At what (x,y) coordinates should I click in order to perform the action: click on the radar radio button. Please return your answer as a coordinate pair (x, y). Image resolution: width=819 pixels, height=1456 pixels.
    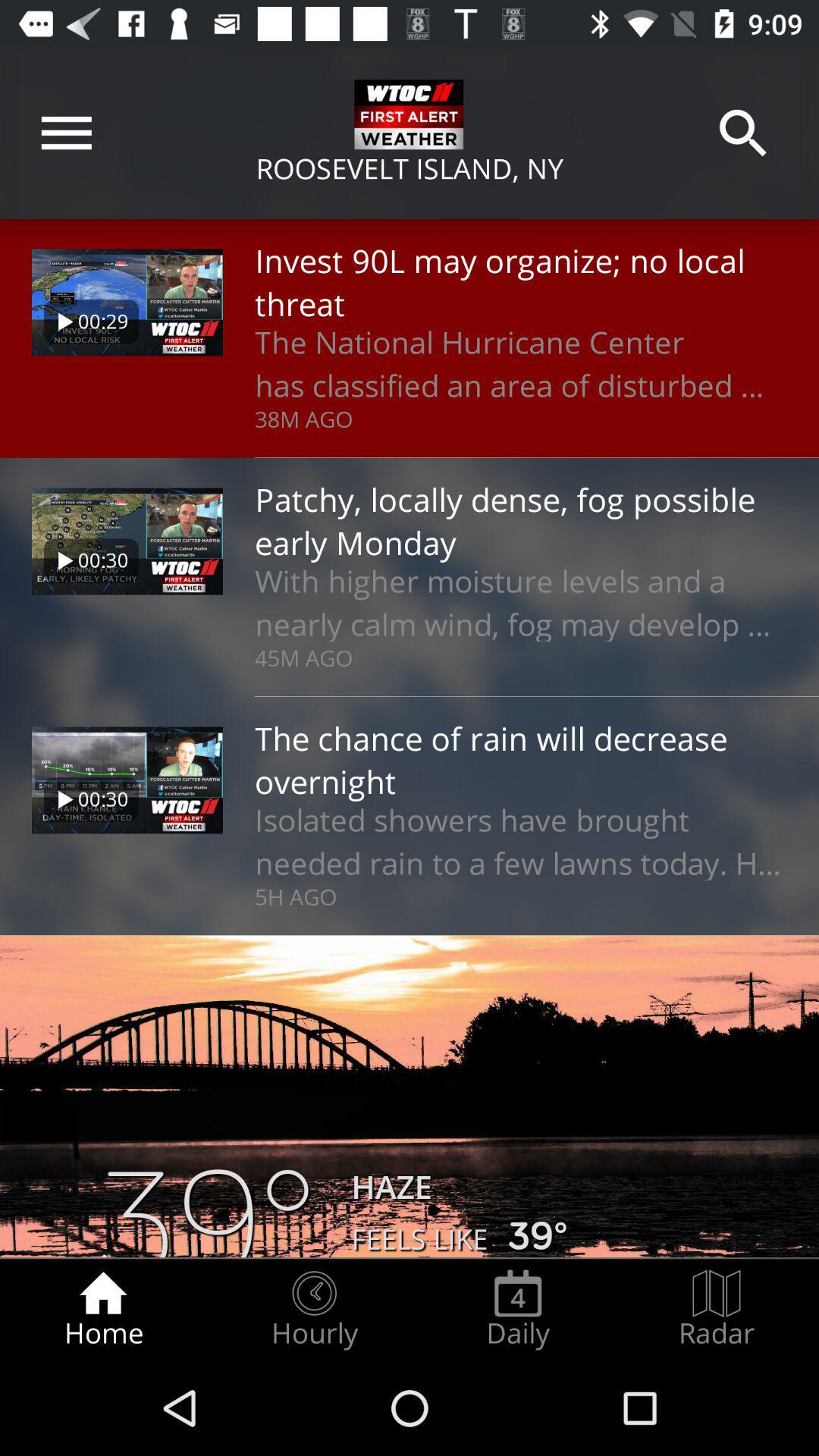
    Looking at the image, I should click on (717, 1309).